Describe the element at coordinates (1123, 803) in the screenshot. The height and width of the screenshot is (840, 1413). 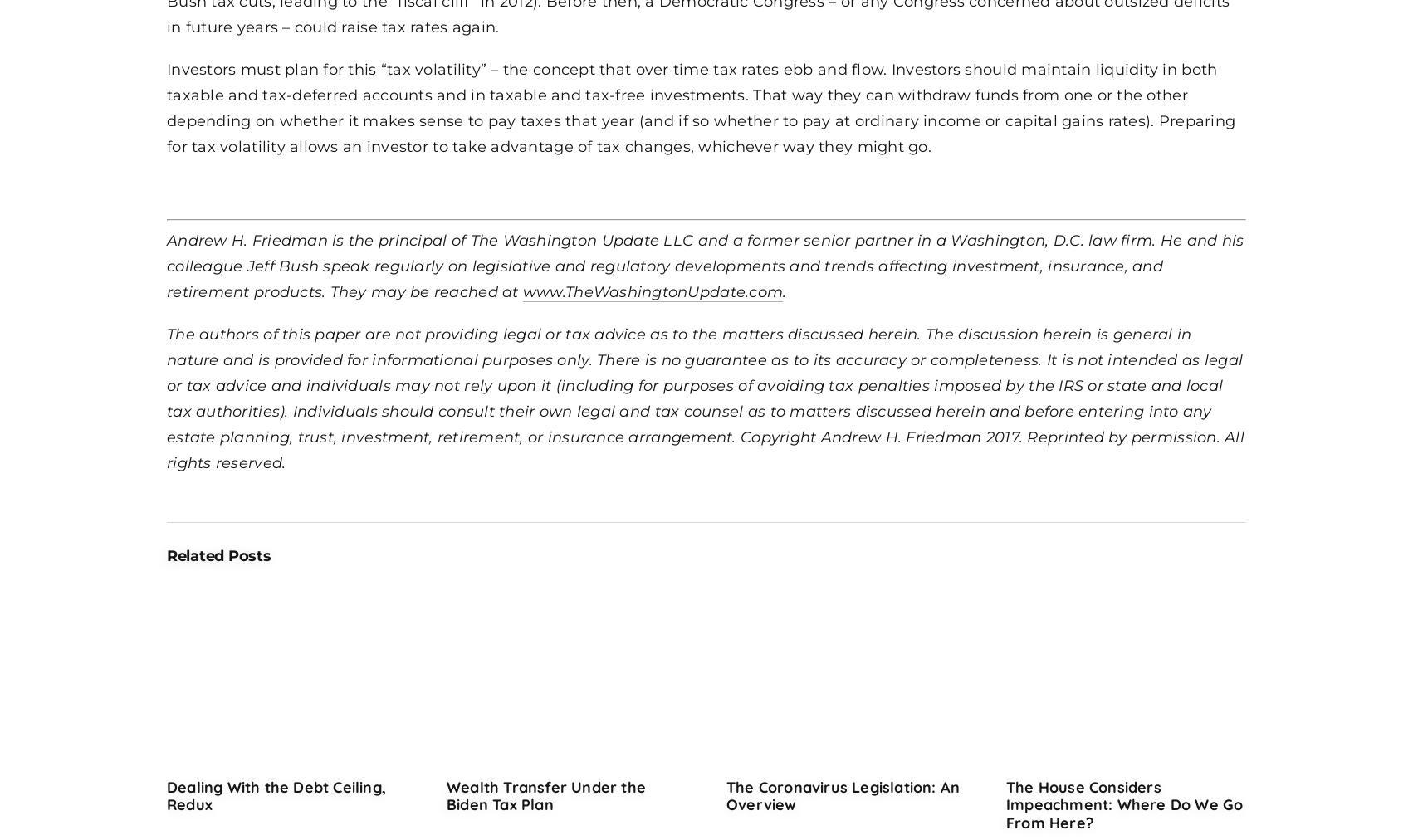
I see `'The House Considers Impeachment: Where Do We Go From Here?'` at that location.